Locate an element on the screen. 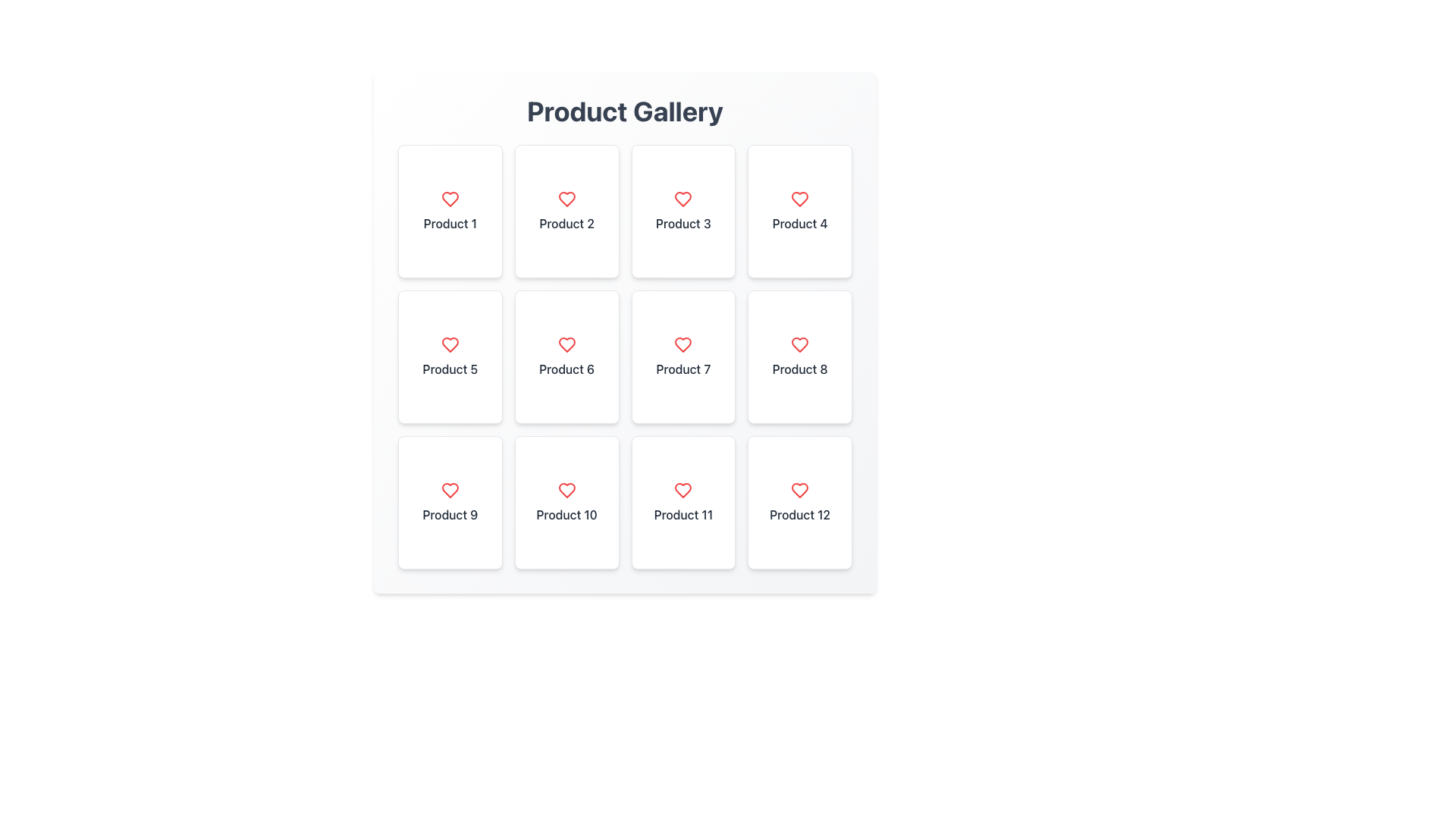  the product card located in the second column of the first row of the gallery is located at coordinates (566, 211).